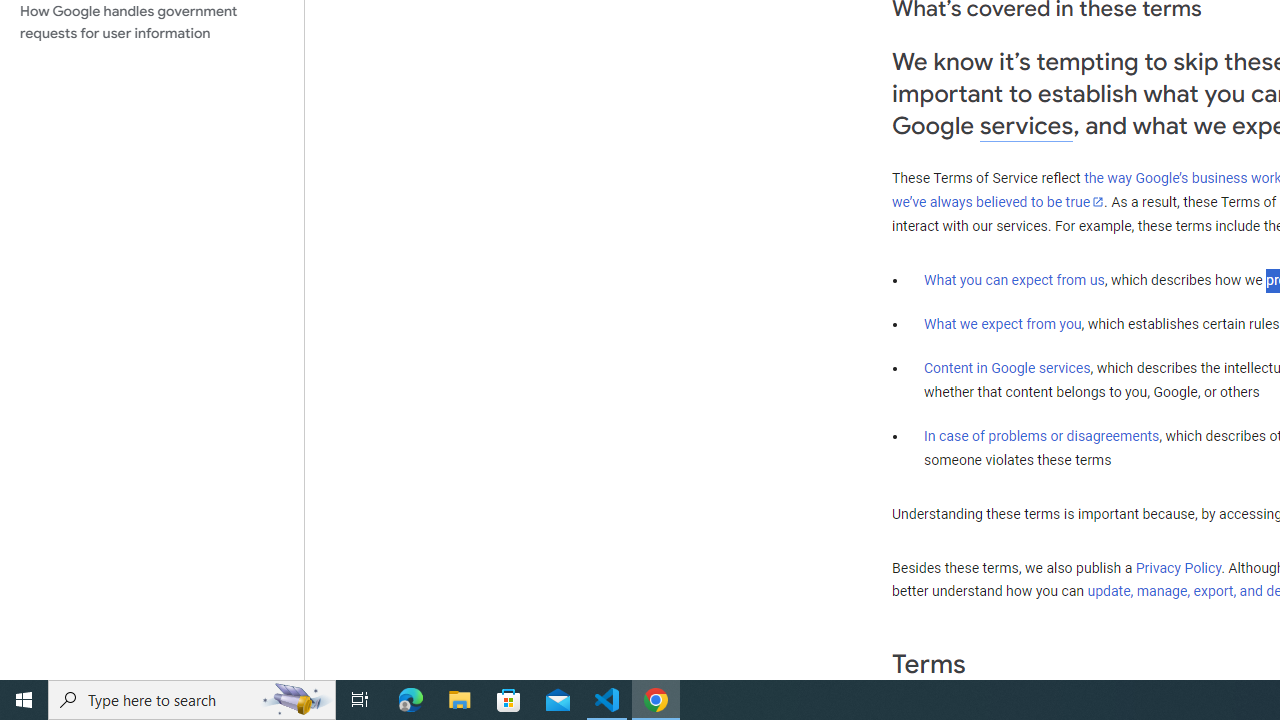 The image size is (1280, 720). I want to click on 'Content in Google services', so click(1007, 368).